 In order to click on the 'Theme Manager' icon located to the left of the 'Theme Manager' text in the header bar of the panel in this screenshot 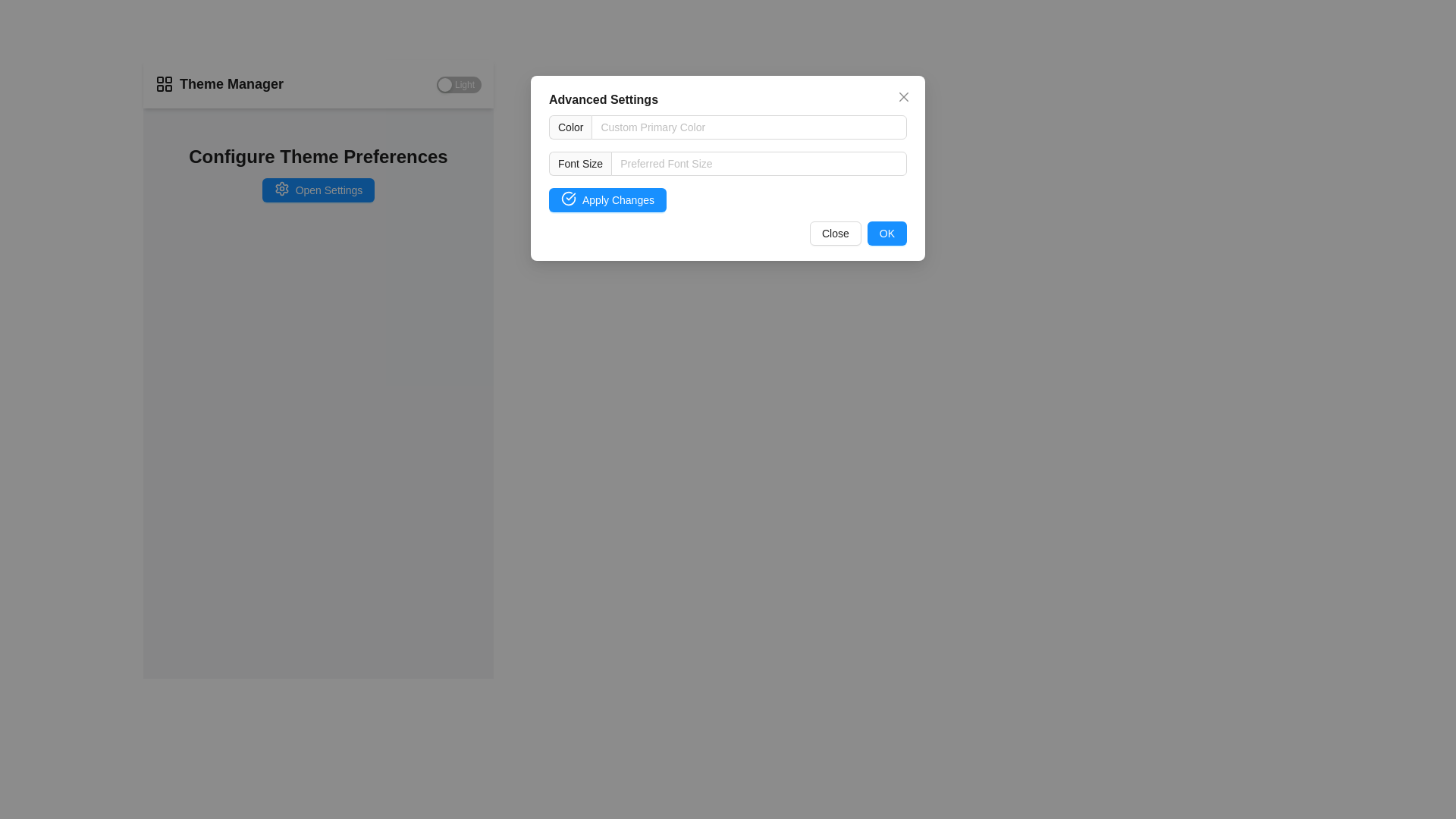, I will do `click(164, 84)`.